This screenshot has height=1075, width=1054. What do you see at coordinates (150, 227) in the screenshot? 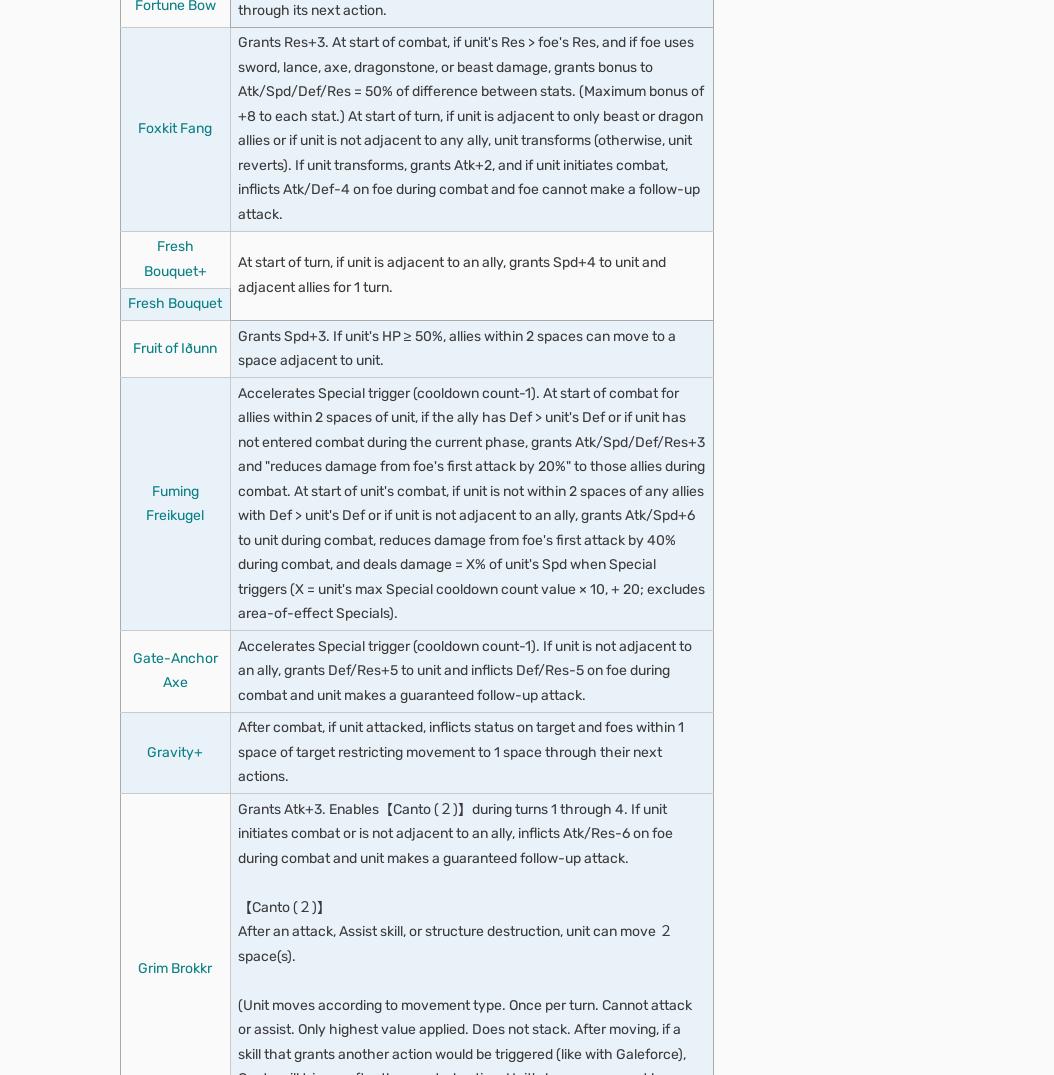
I see `'2'` at bounding box center [150, 227].